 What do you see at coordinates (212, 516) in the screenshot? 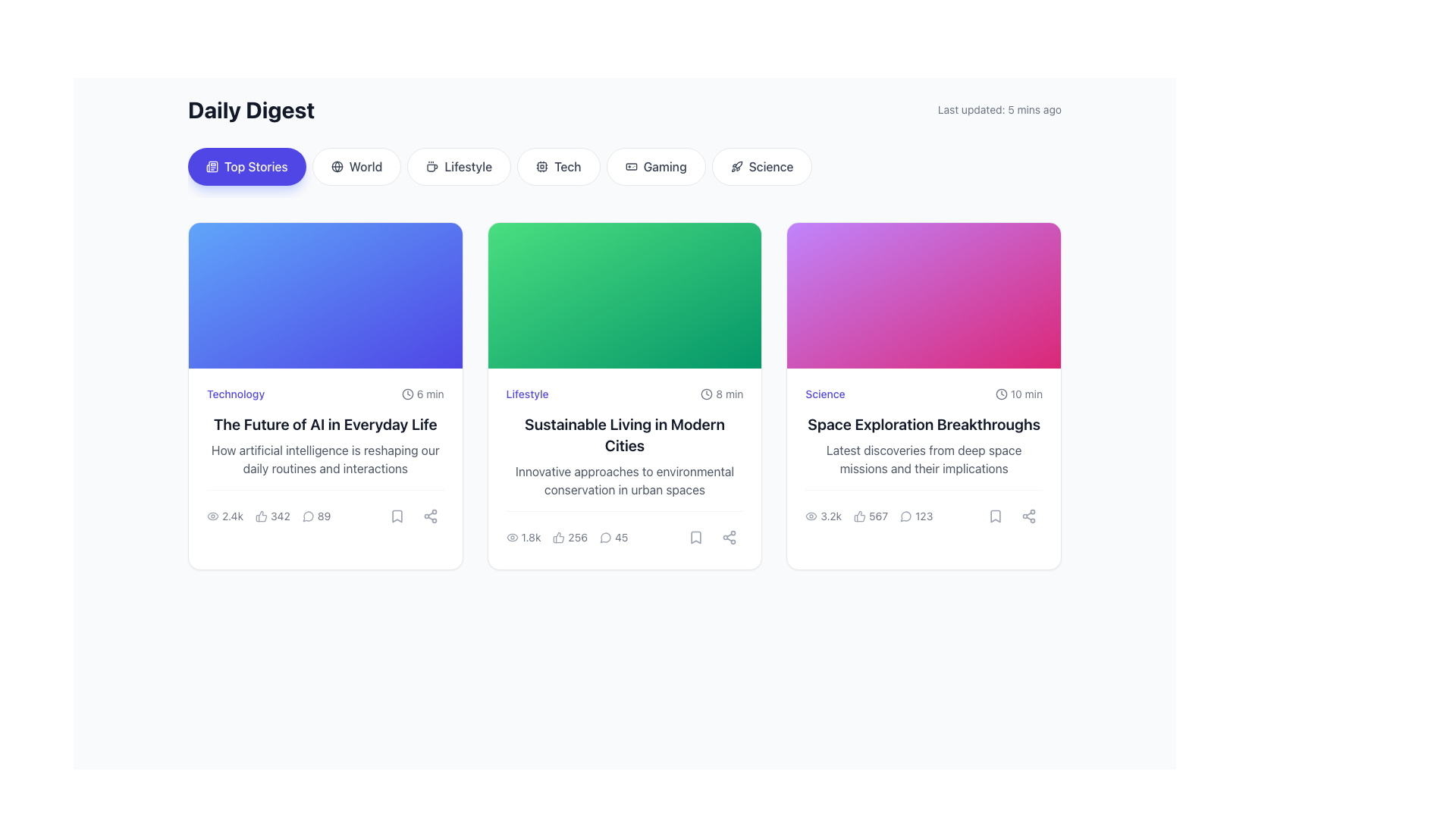
I see `the eye icon, which is part of an SVG component with light gray strokes` at bounding box center [212, 516].